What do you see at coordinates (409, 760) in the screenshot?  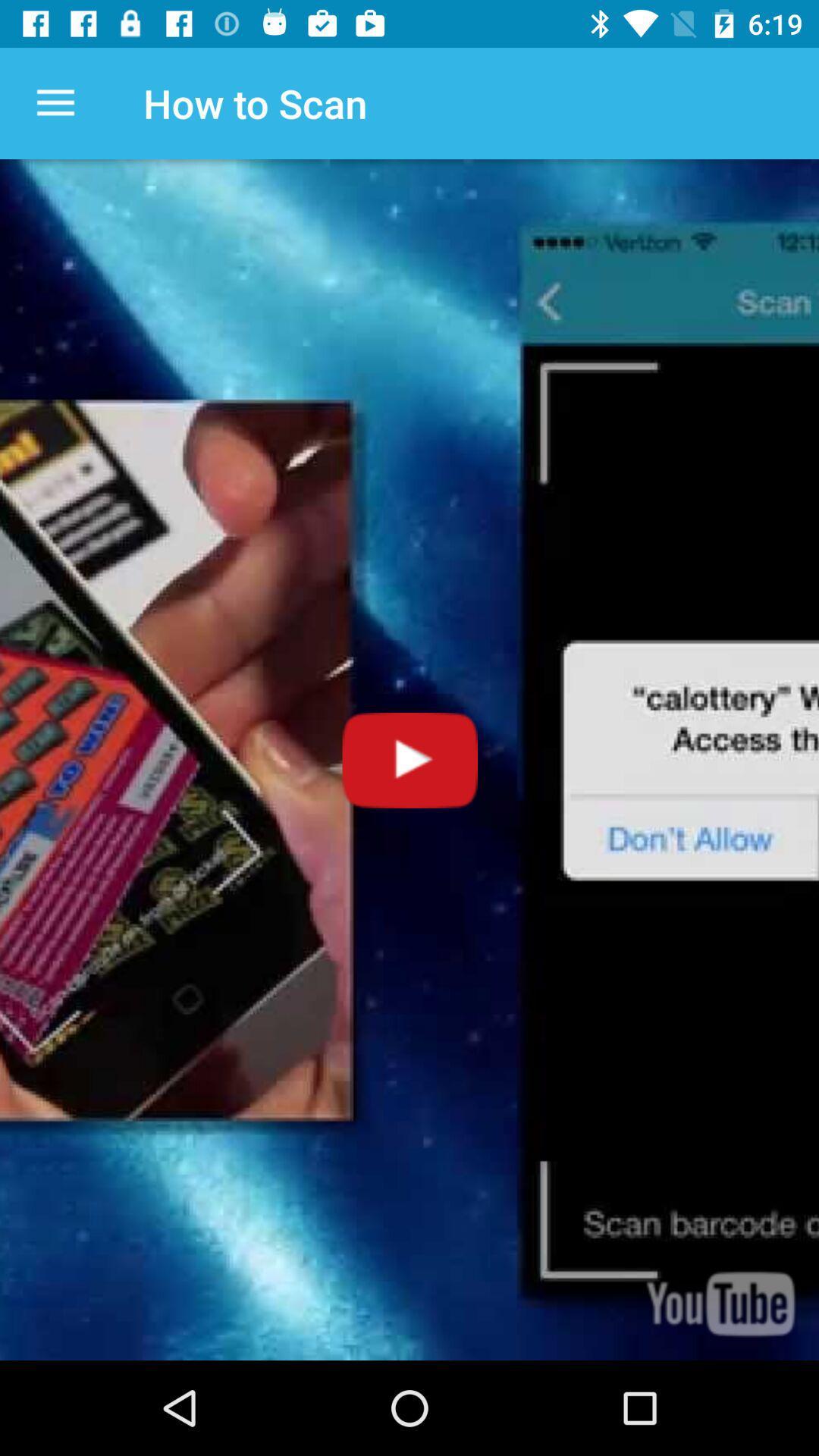 I see `advertisement page` at bounding box center [409, 760].